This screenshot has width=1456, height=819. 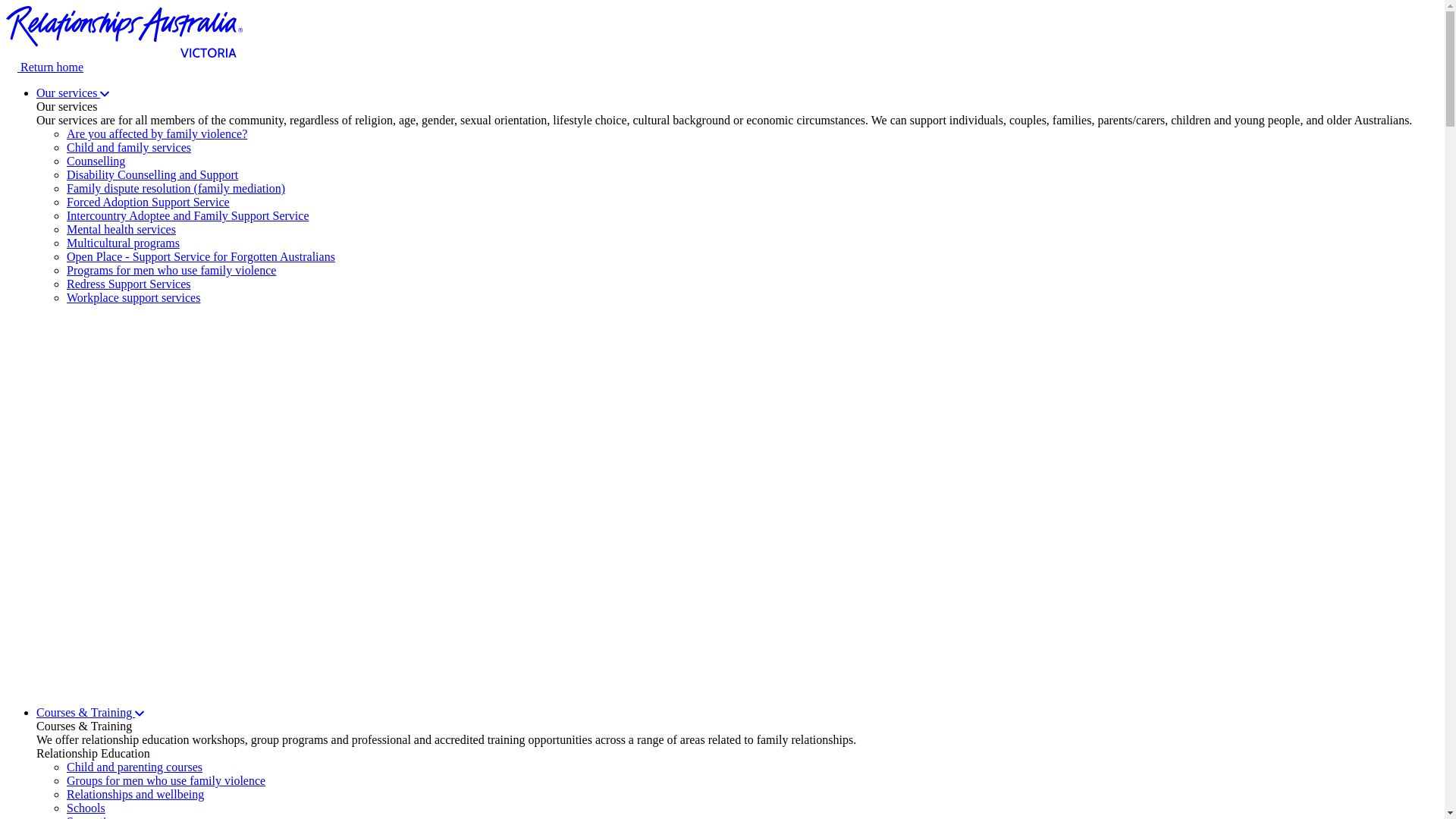 I want to click on 'Counselling', so click(x=95, y=161).